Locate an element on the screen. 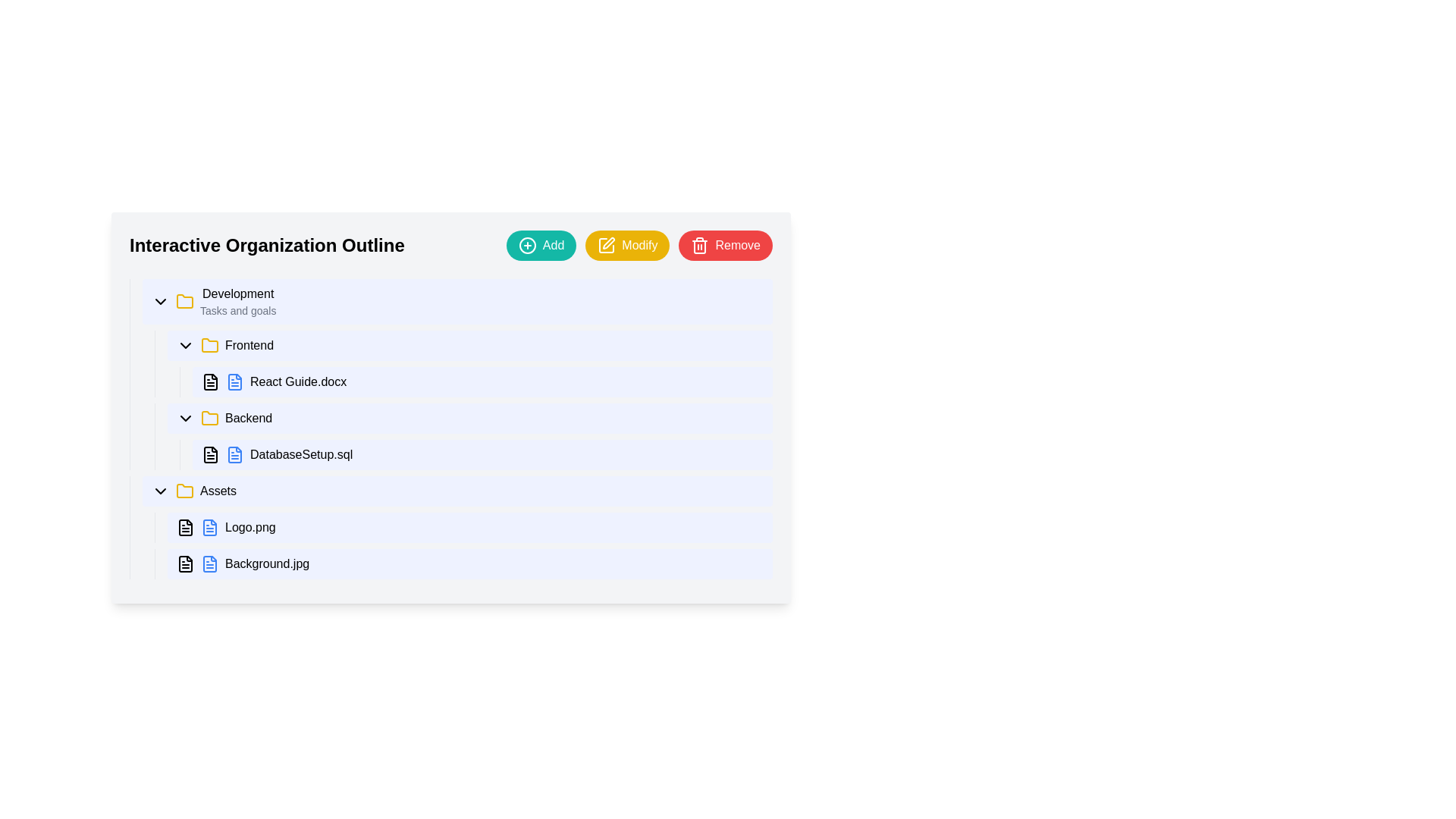 This screenshot has height=819, width=1456. the file type icon located in the 'Backend' section under the 'Development' category, which is the first icon to the left of 'DatabaseSetup.sql' is located at coordinates (210, 454).